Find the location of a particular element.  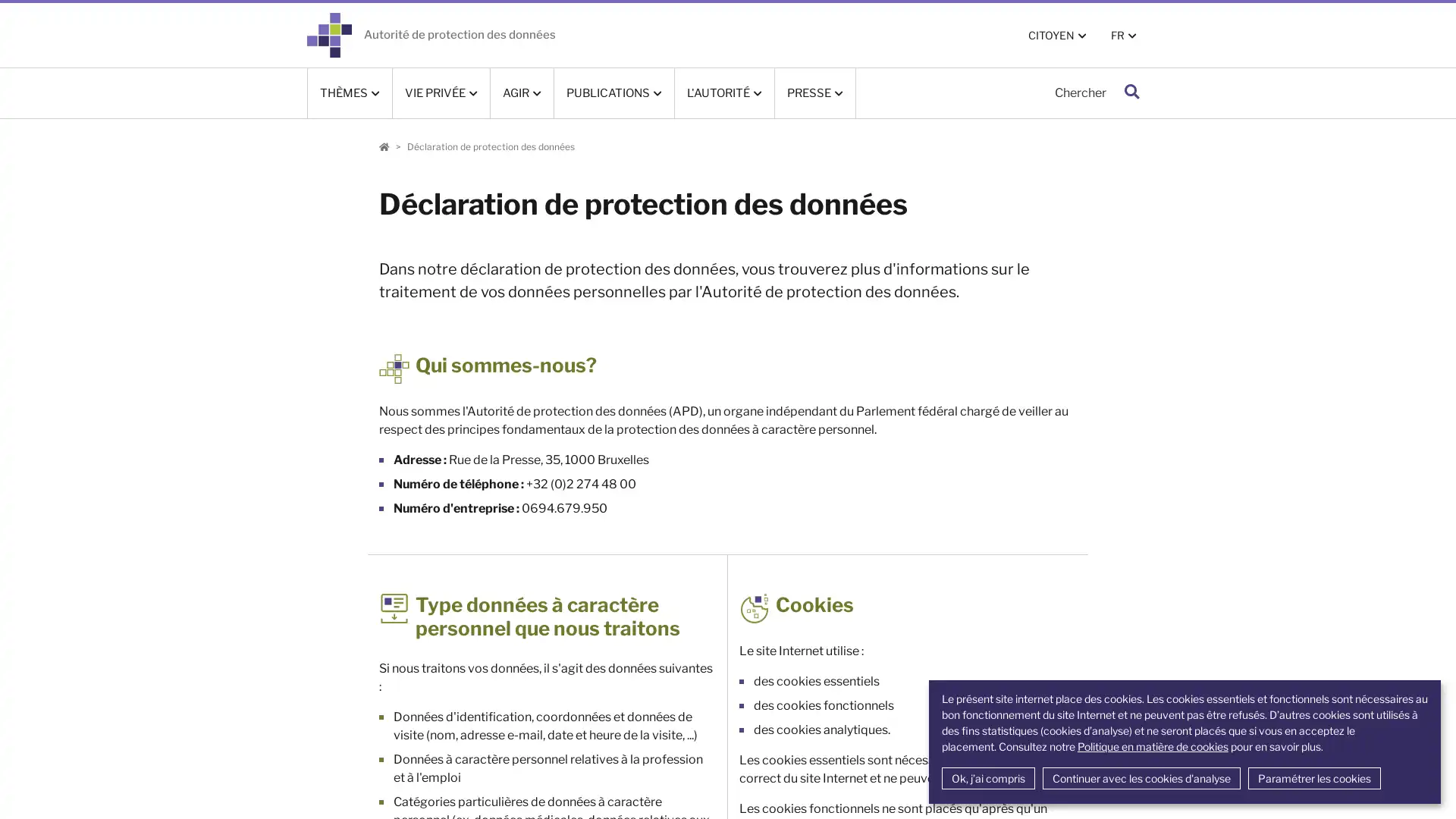

Rechercher is located at coordinates (1131, 93).